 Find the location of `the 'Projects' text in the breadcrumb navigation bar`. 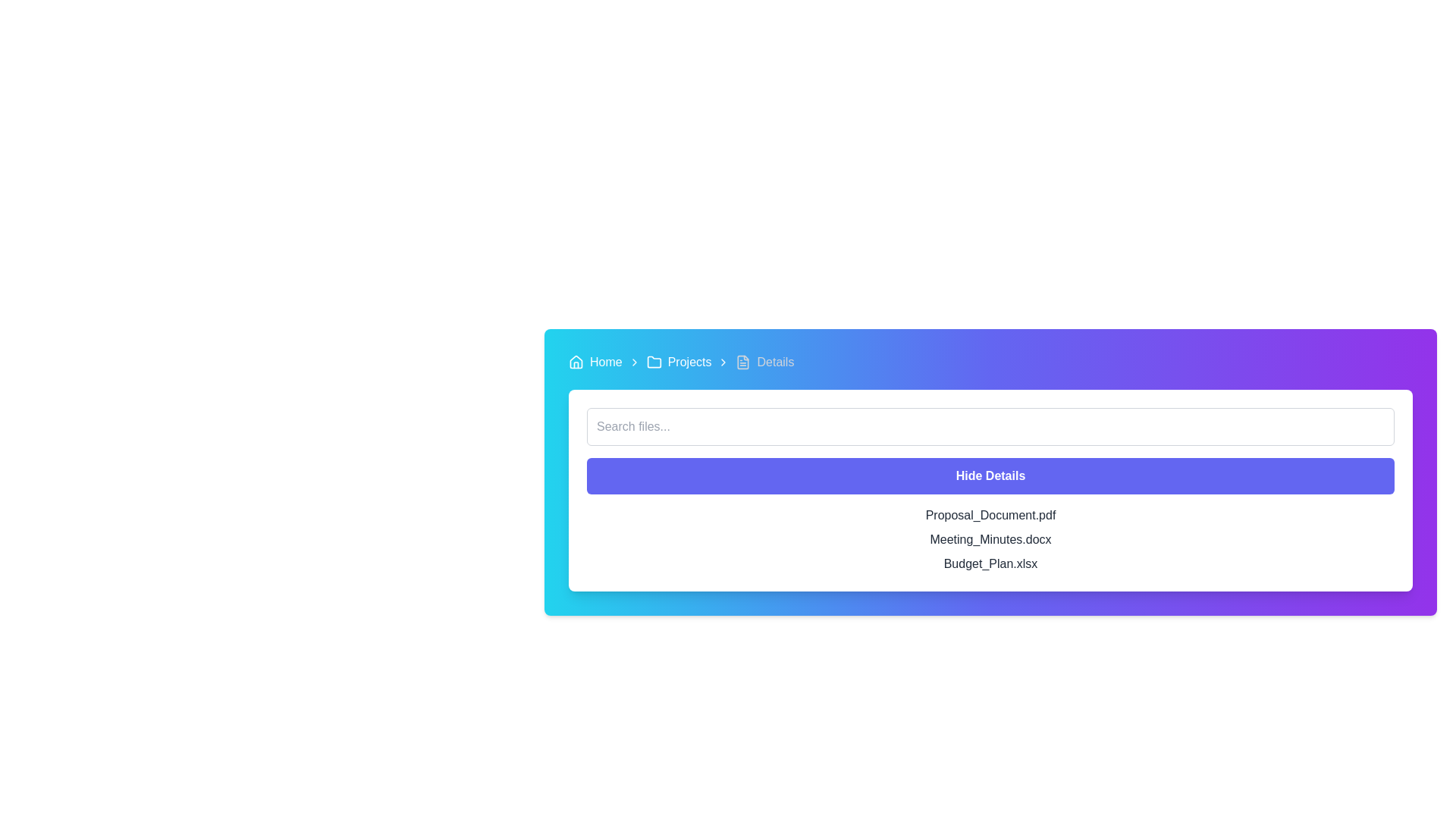

the 'Projects' text in the breadcrumb navigation bar is located at coordinates (678, 362).